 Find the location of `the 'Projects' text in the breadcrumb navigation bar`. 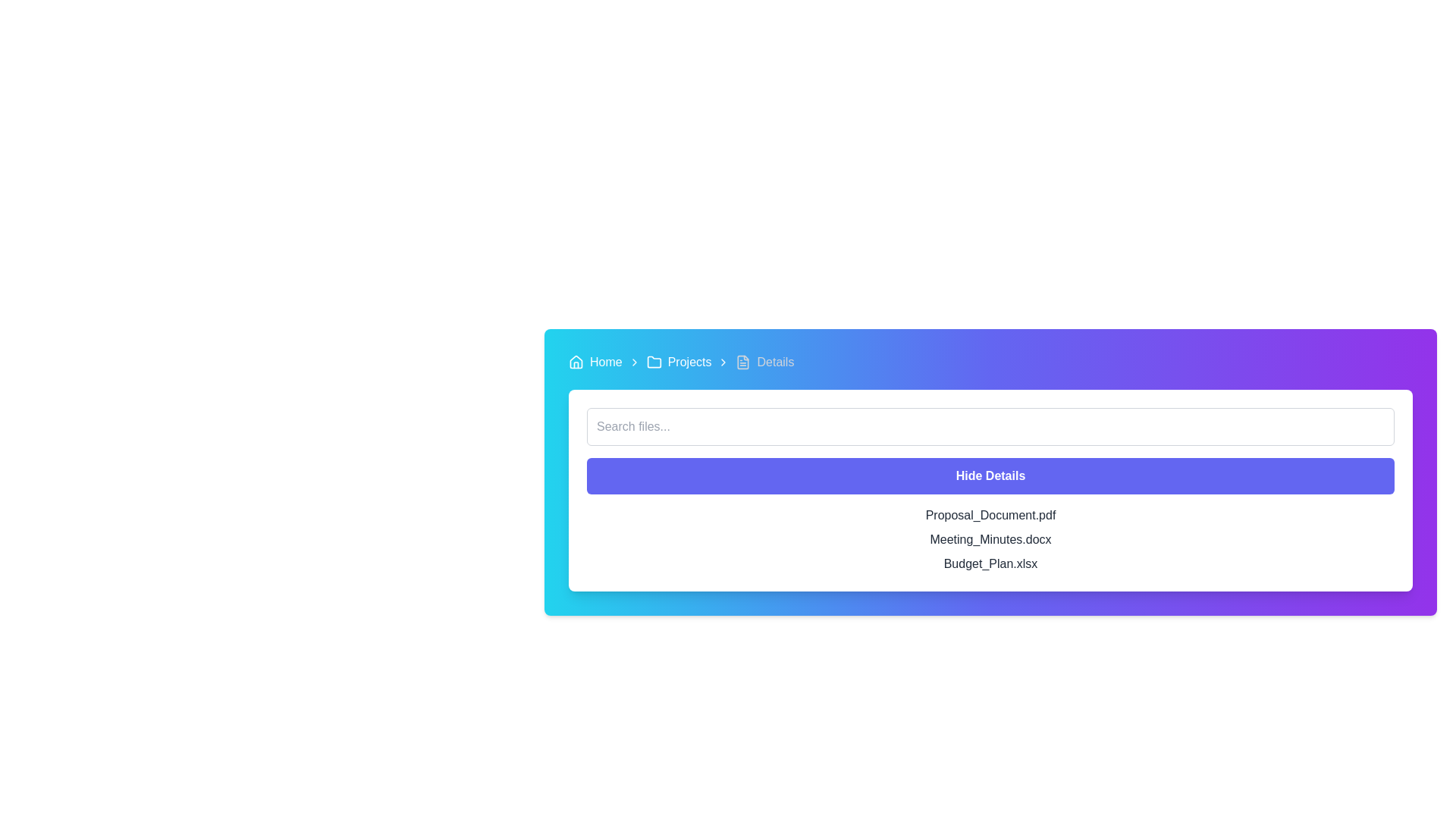

the 'Projects' text in the breadcrumb navigation bar is located at coordinates (678, 362).